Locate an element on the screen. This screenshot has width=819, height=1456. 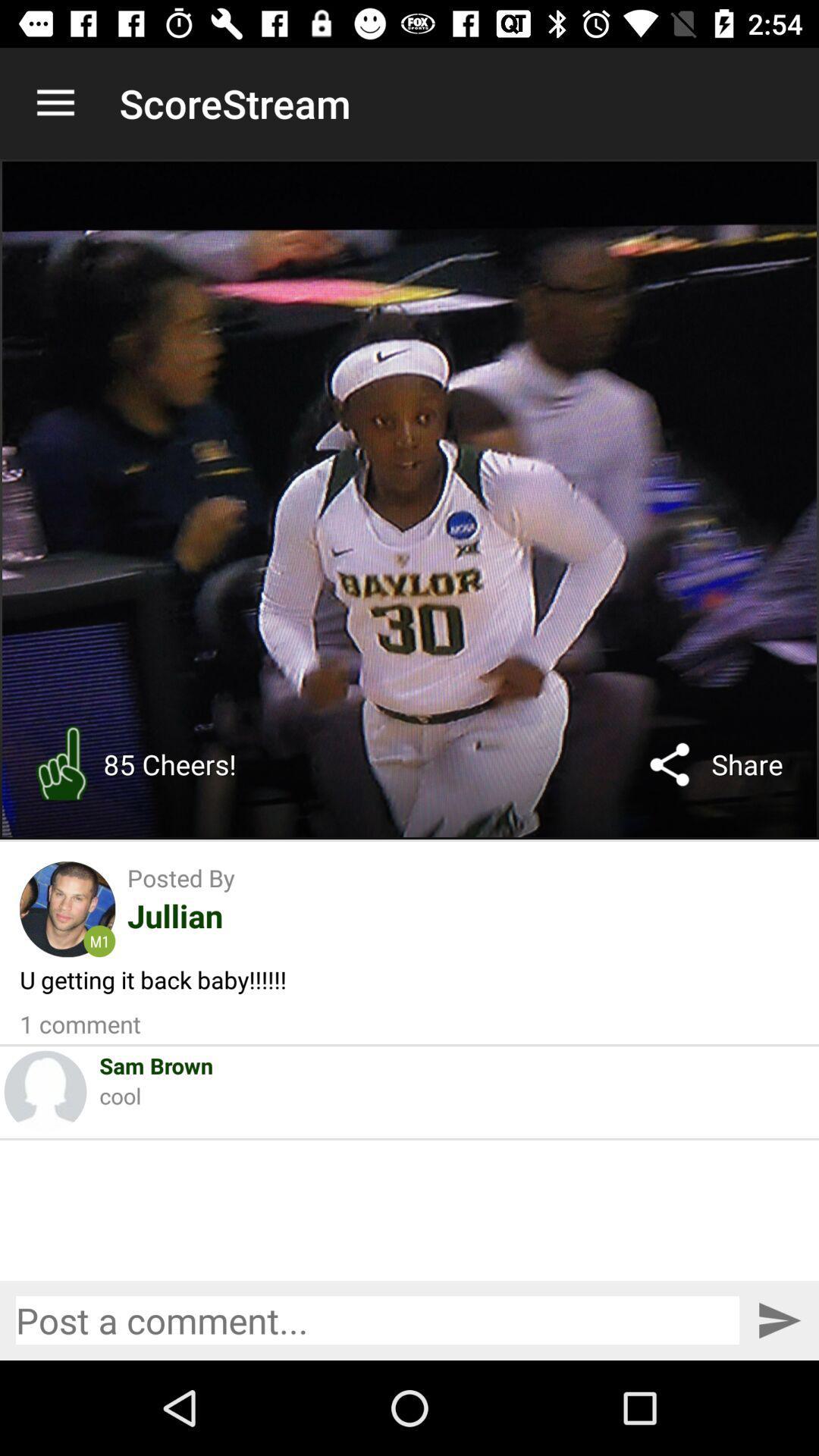
the cool icon is located at coordinates (119, 1095).